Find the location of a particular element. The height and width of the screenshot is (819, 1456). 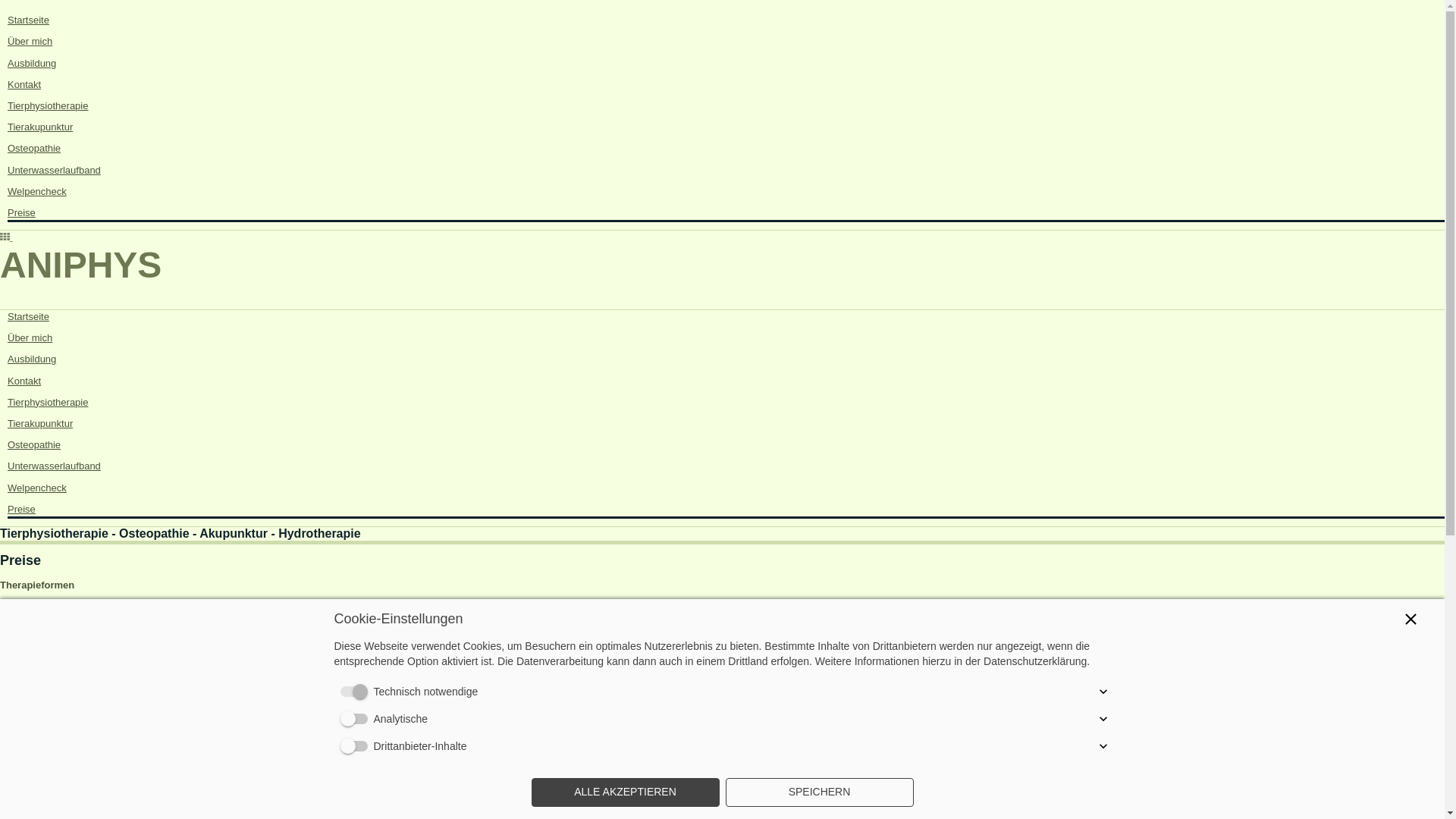

'Startseite' is located at coordinates (28, 315).